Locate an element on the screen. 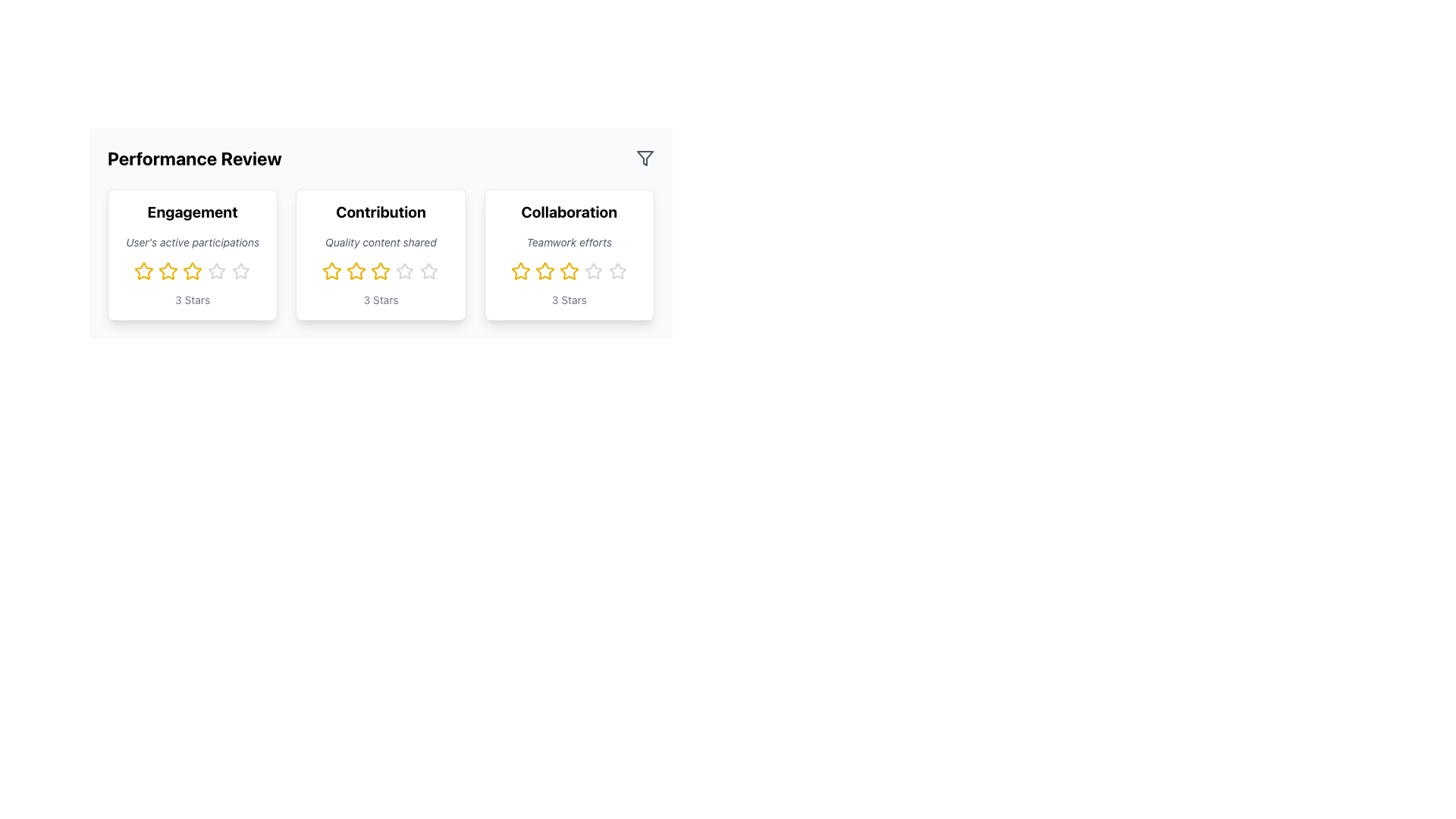 The height and width of the screenshot is (819, 1456). the second star icon in the rating system under the 'Collaboration' category of the 'Performance Review' section is located at coordinates (544, 270).